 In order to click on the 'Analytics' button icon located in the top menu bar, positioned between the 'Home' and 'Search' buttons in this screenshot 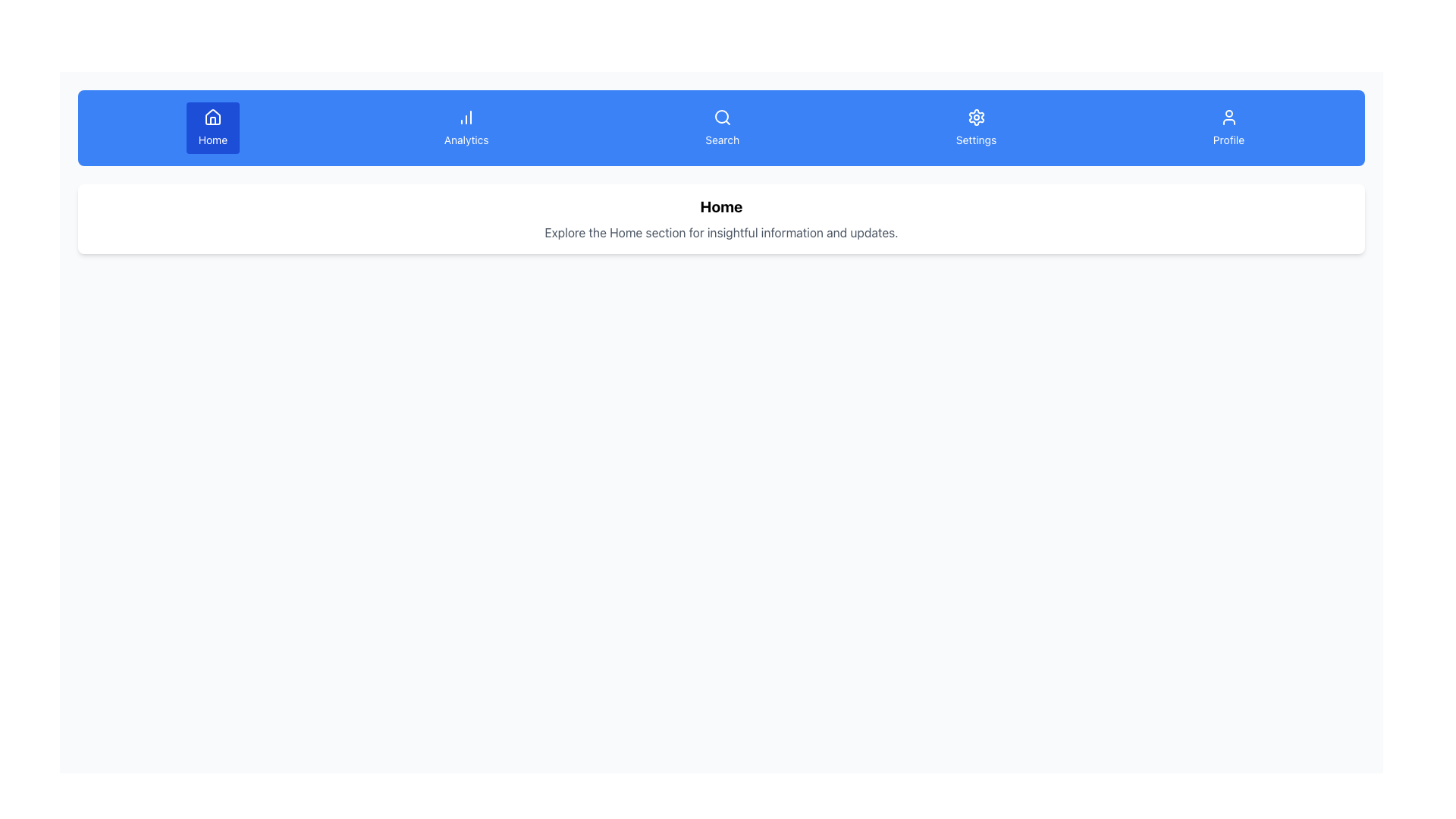, I will do `click(466, 116)`.